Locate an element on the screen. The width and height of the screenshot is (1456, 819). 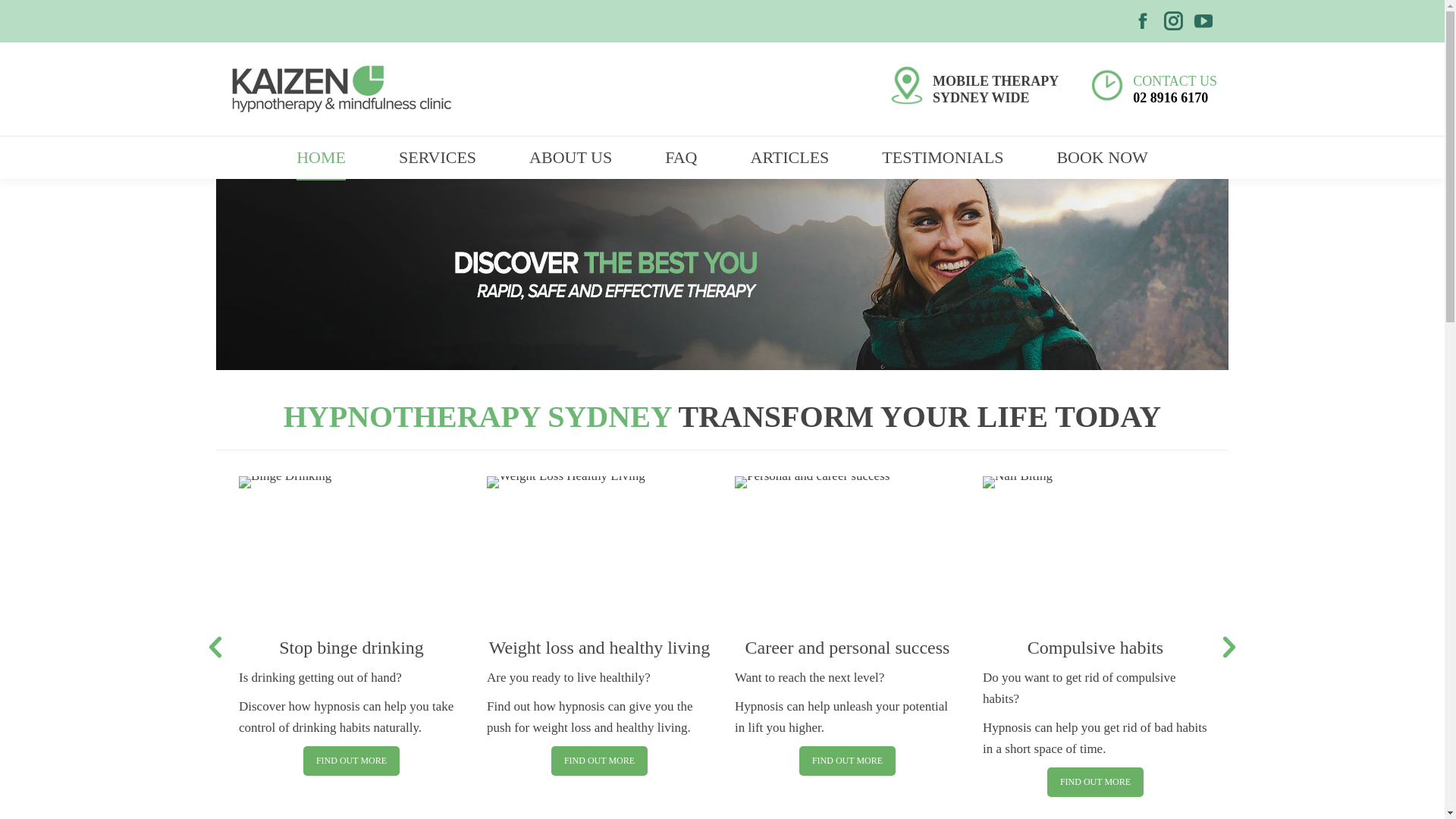
'SERVICES' is located at coordinates (372, 158).